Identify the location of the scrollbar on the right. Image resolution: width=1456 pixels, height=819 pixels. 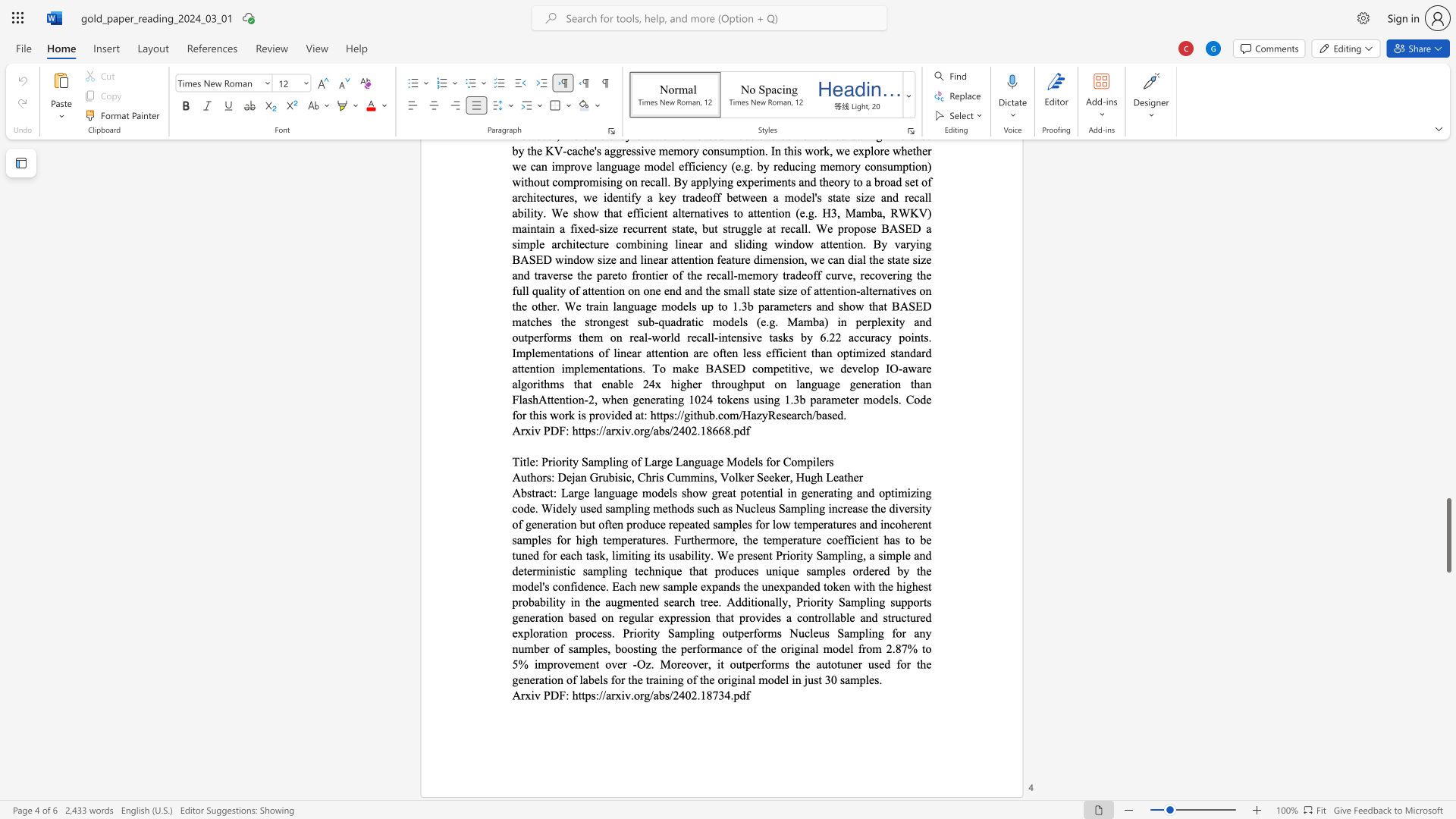
(1448, 332).